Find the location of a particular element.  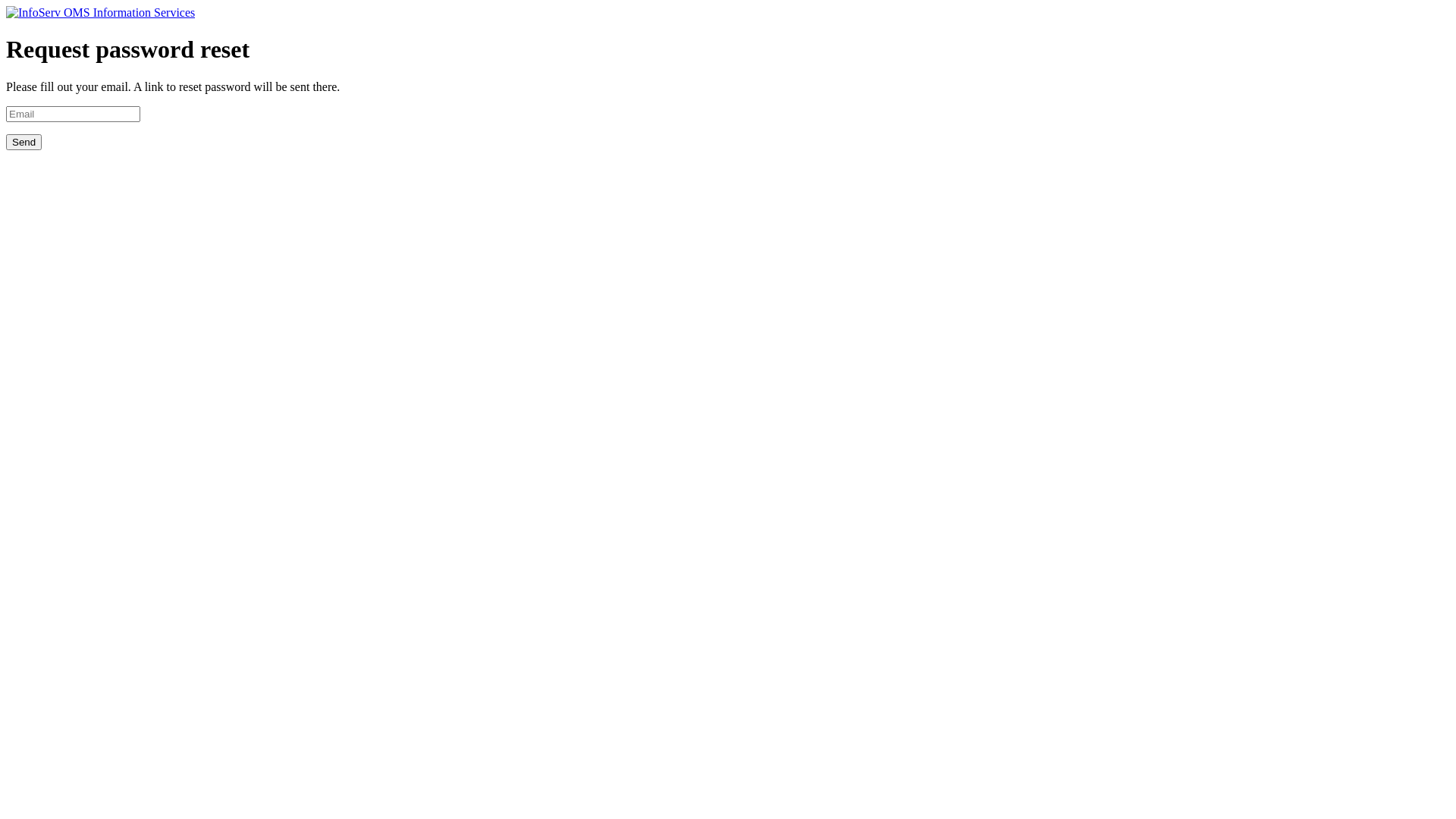

'Send' is located at coordinates (24, 142).